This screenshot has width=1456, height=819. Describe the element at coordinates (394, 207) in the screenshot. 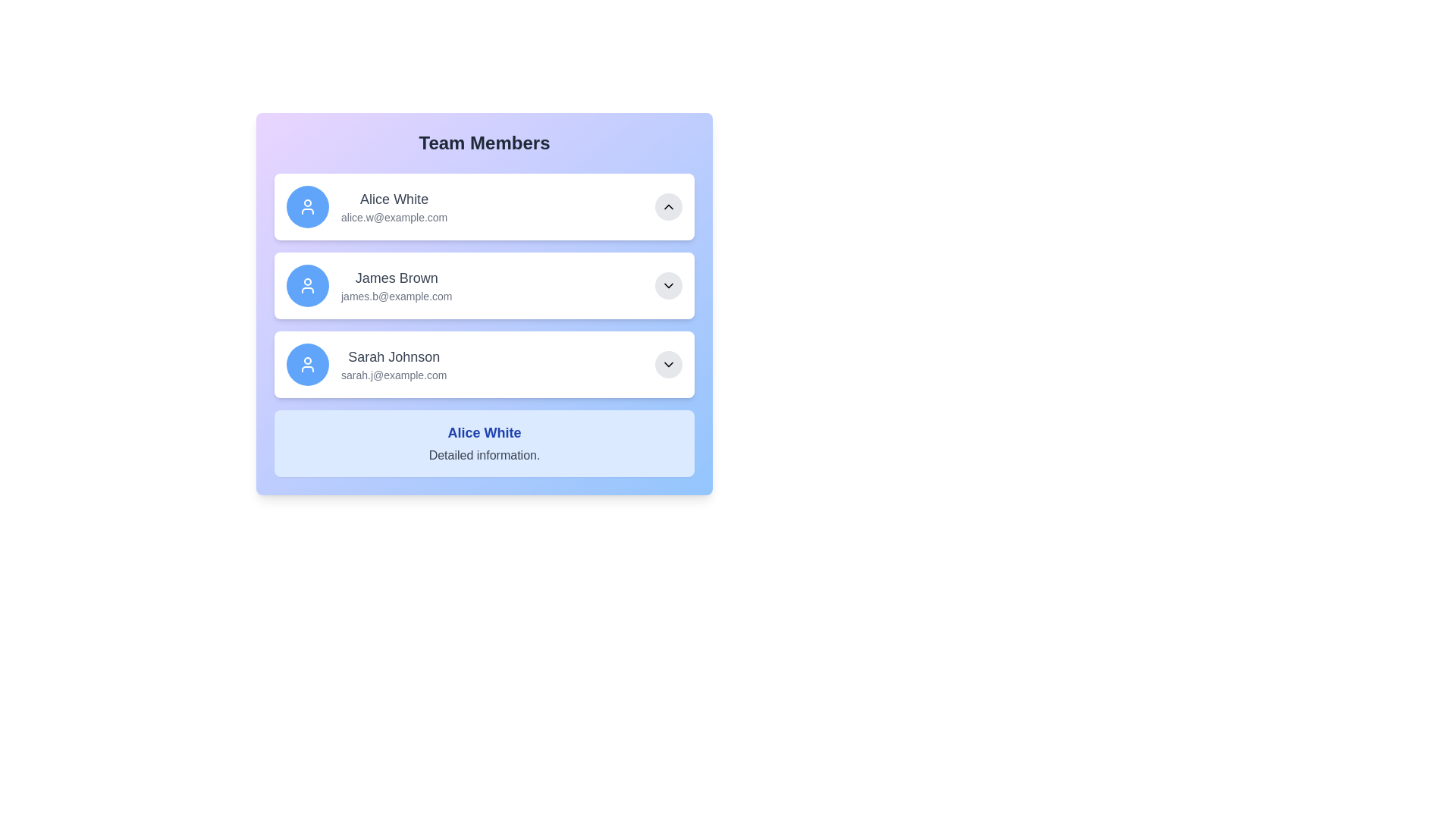

I see `the text display component that shows a user's name and email address, located in the first row of the team member list, to the right of a circular blue icon with a user symbol` at that location.